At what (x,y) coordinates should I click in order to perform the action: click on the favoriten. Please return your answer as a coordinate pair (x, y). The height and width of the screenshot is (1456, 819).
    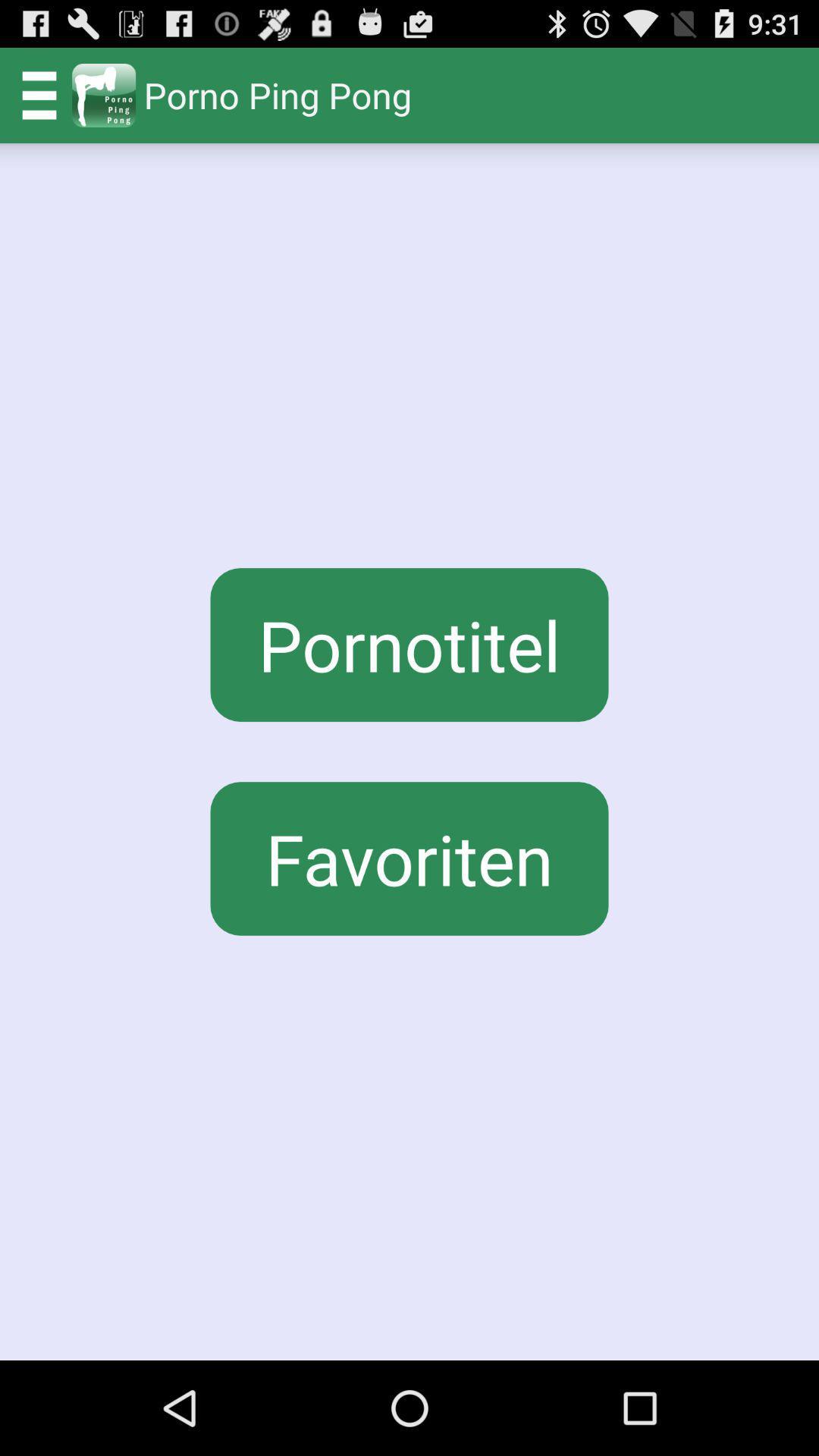
    Looking at the image, I should click on (409, 858).